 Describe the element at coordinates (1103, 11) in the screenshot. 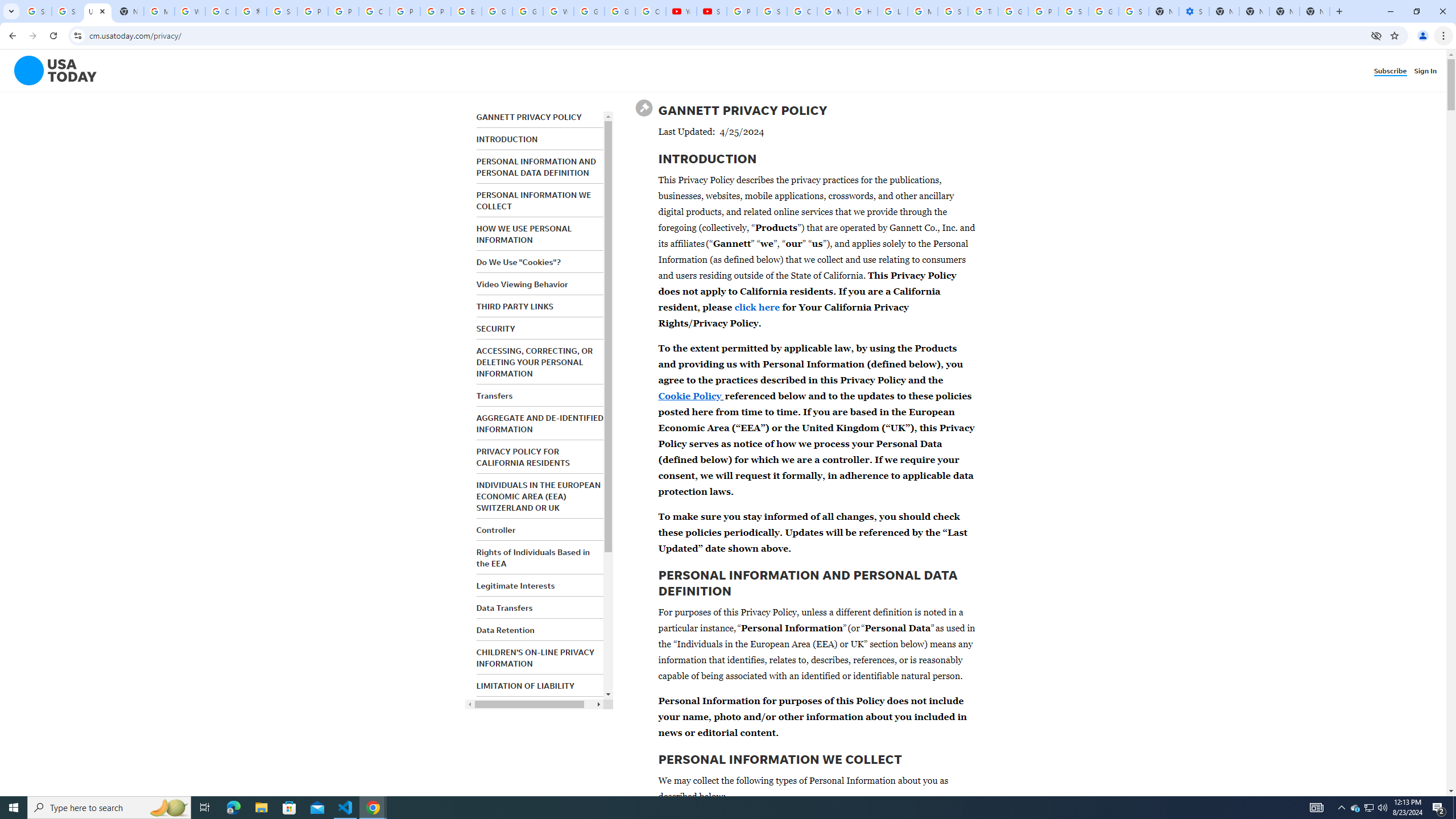

I see `'Google Cybersecurity Innovations - Google Safety Center'` at that location.